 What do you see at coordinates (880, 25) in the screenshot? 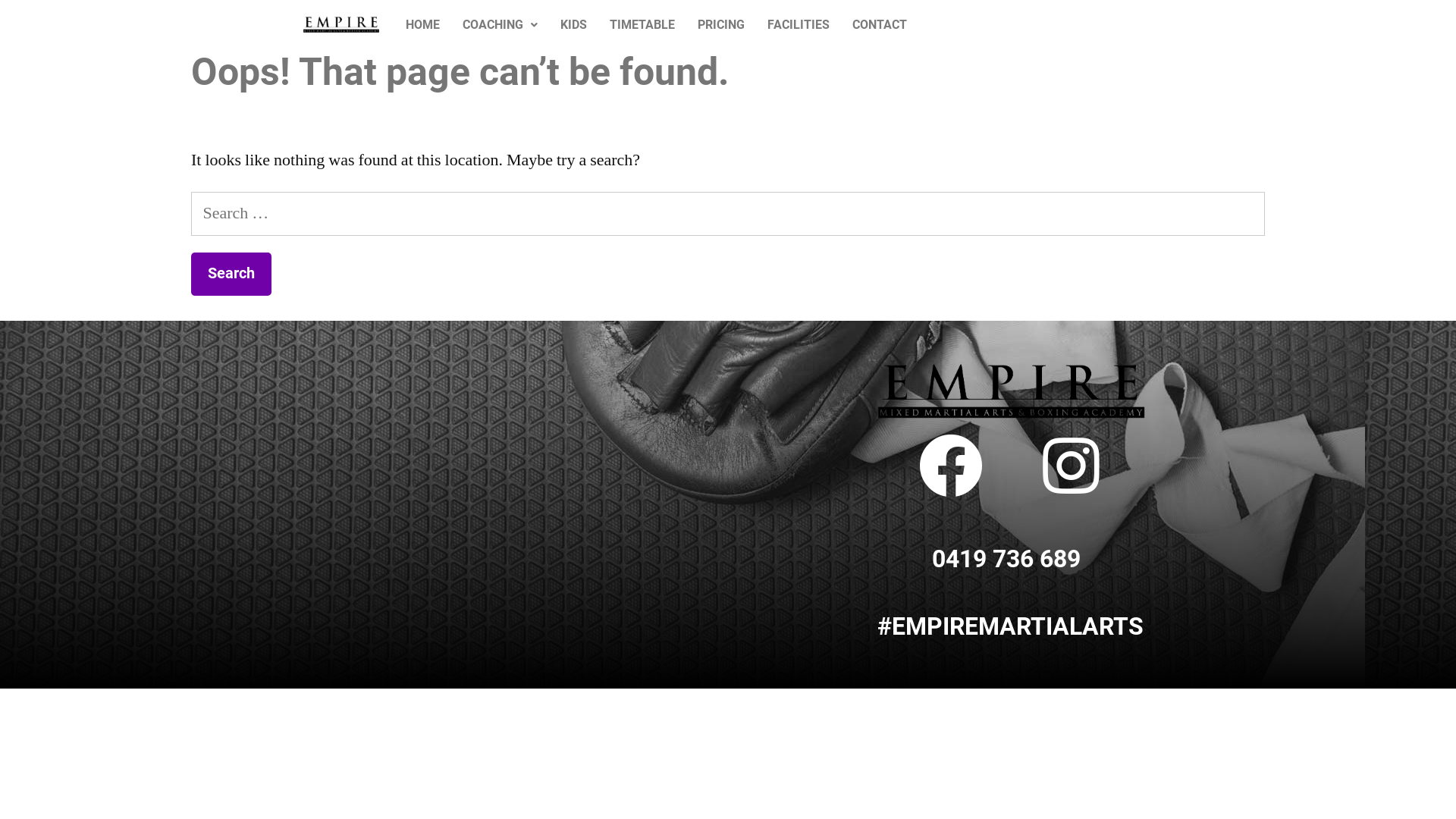
I see `'CONTACT'` at bounding box center [880, 25].